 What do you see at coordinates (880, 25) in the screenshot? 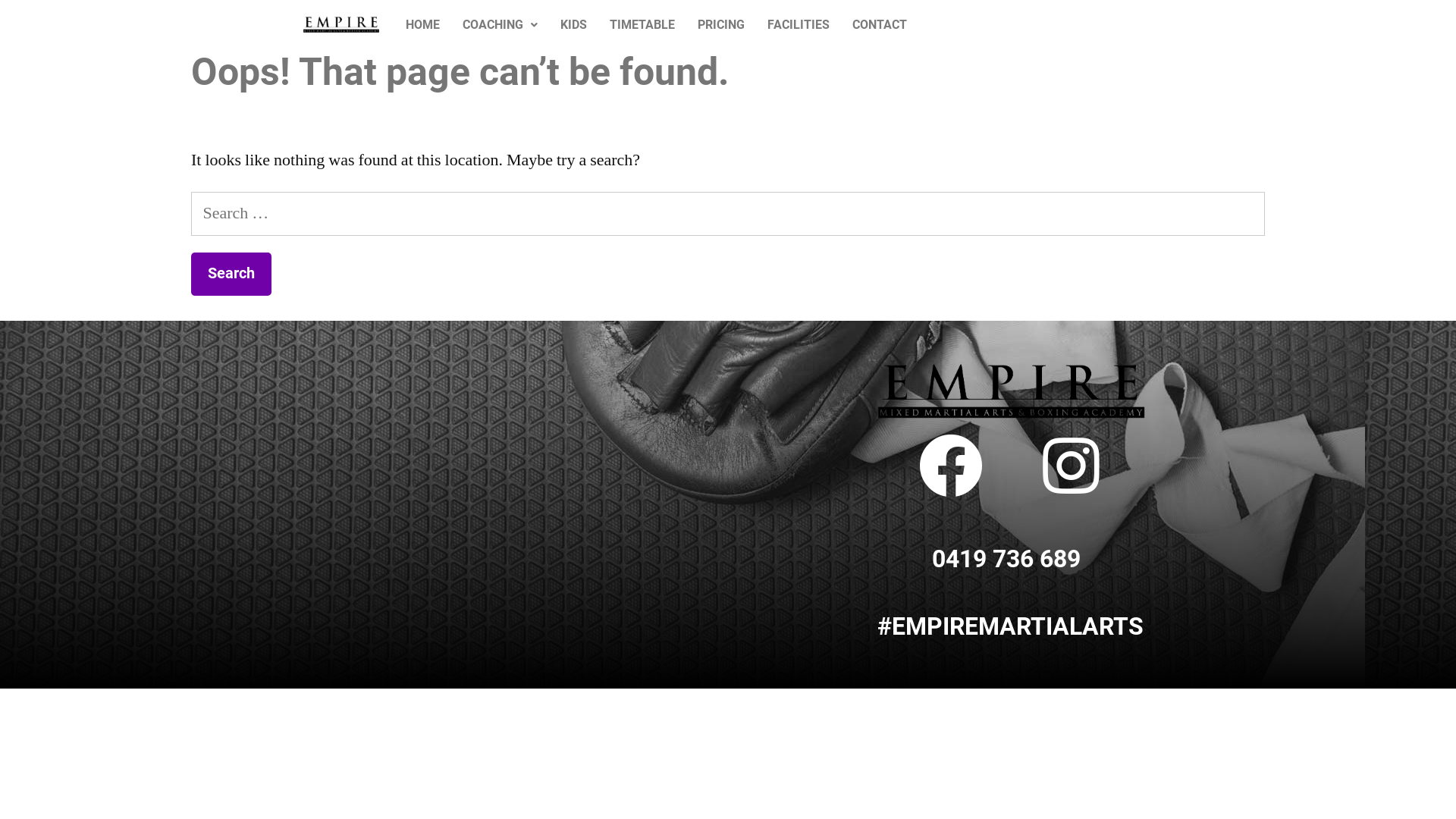
I see `'CONTACT'` at bounding box center [880, 25].